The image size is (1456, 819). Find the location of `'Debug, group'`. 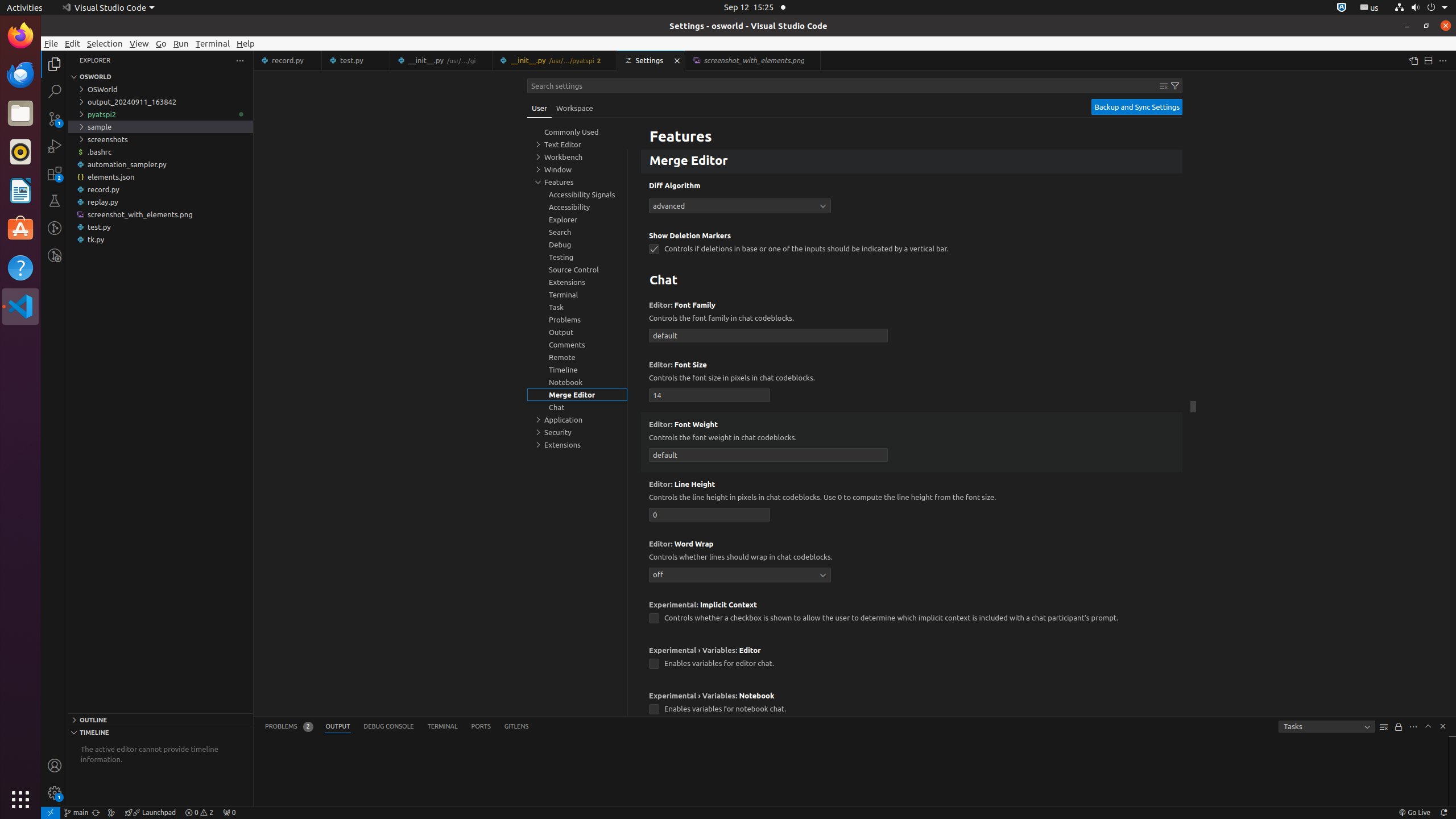

'Debug, group' is located at coordinates (577, 243).